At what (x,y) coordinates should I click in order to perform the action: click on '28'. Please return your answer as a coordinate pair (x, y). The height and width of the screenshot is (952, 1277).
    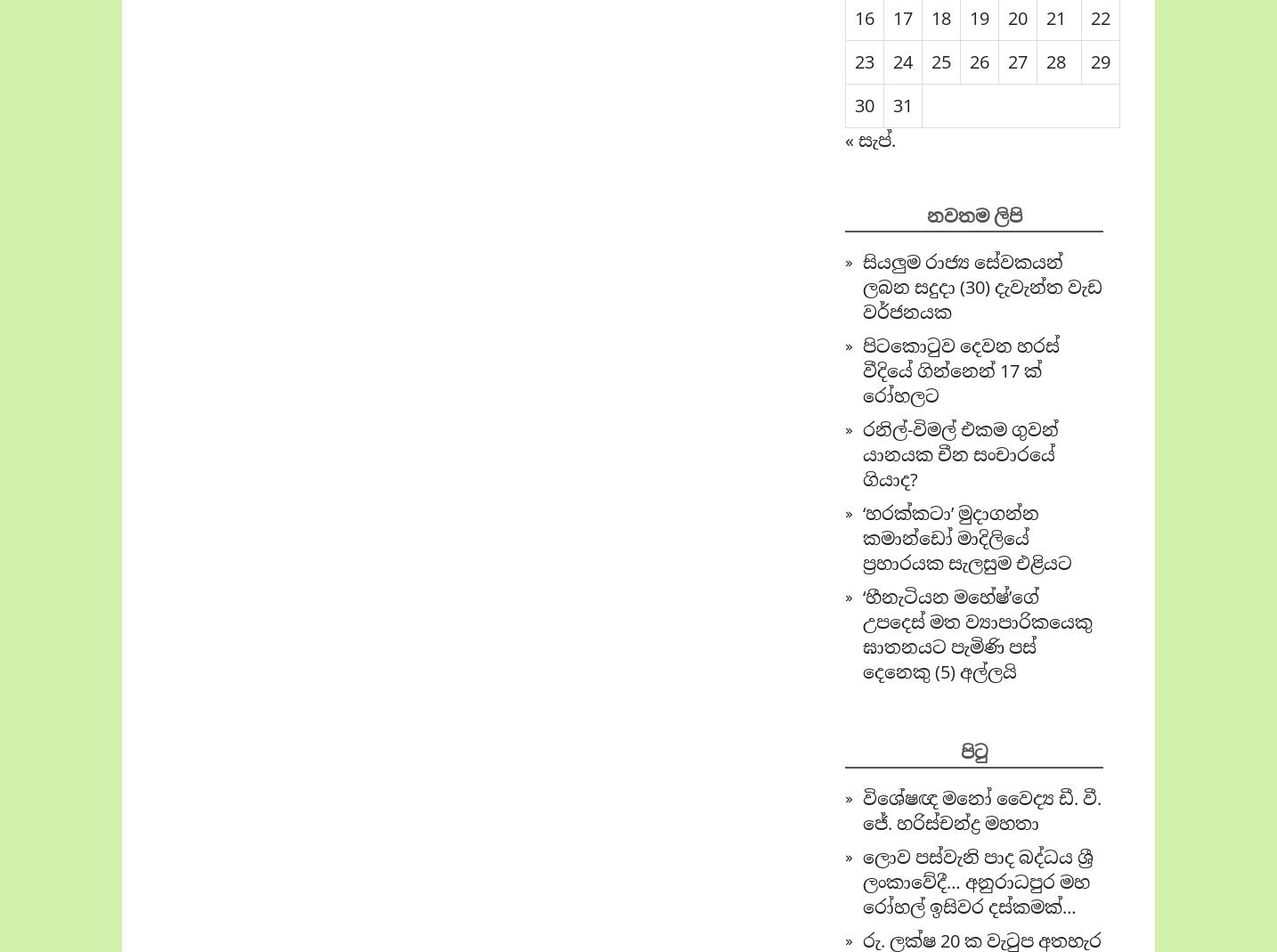
    Looking at the image, I should click on (1046, 61).